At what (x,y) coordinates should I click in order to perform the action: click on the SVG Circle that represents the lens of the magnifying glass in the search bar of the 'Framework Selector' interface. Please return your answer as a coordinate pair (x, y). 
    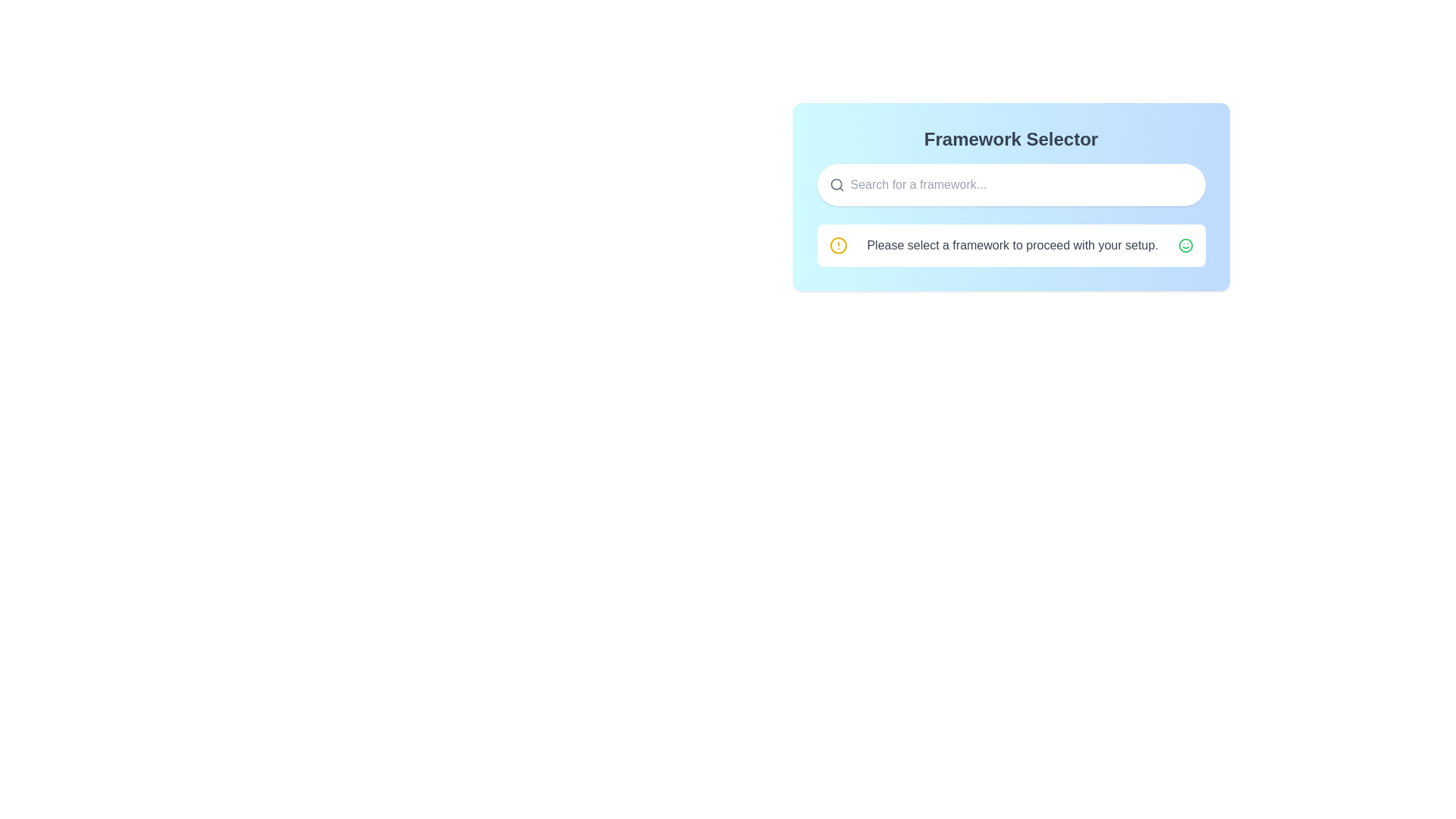
    Looking at the image, I should click on (835, 184).